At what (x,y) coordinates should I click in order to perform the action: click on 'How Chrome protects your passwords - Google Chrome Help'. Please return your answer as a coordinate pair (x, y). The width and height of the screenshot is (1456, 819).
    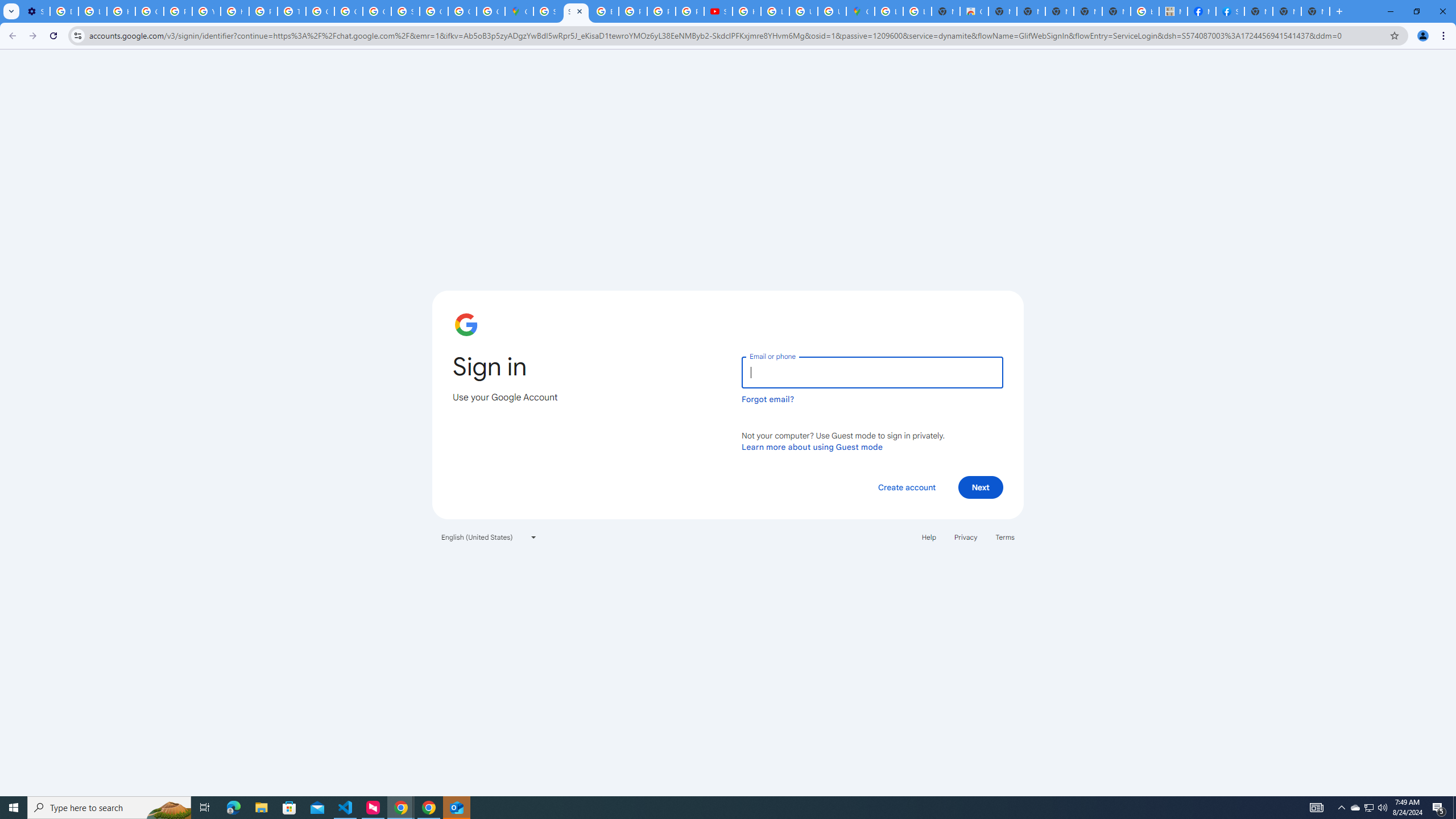
    Looking at the image, I should click on (746, 11).